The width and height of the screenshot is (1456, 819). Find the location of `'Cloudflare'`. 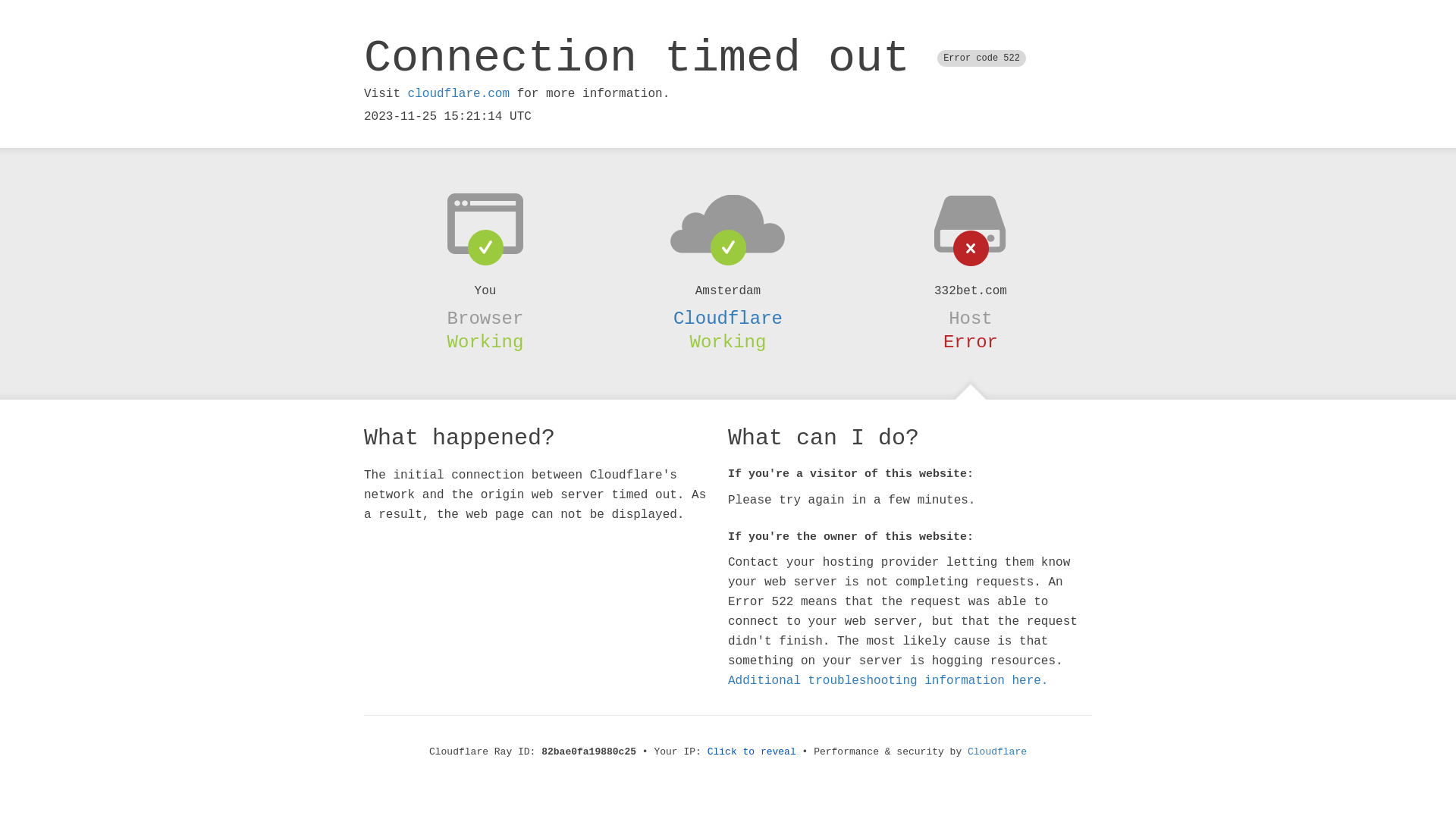

'Cloudflare' is located at coordinates (673, 318).